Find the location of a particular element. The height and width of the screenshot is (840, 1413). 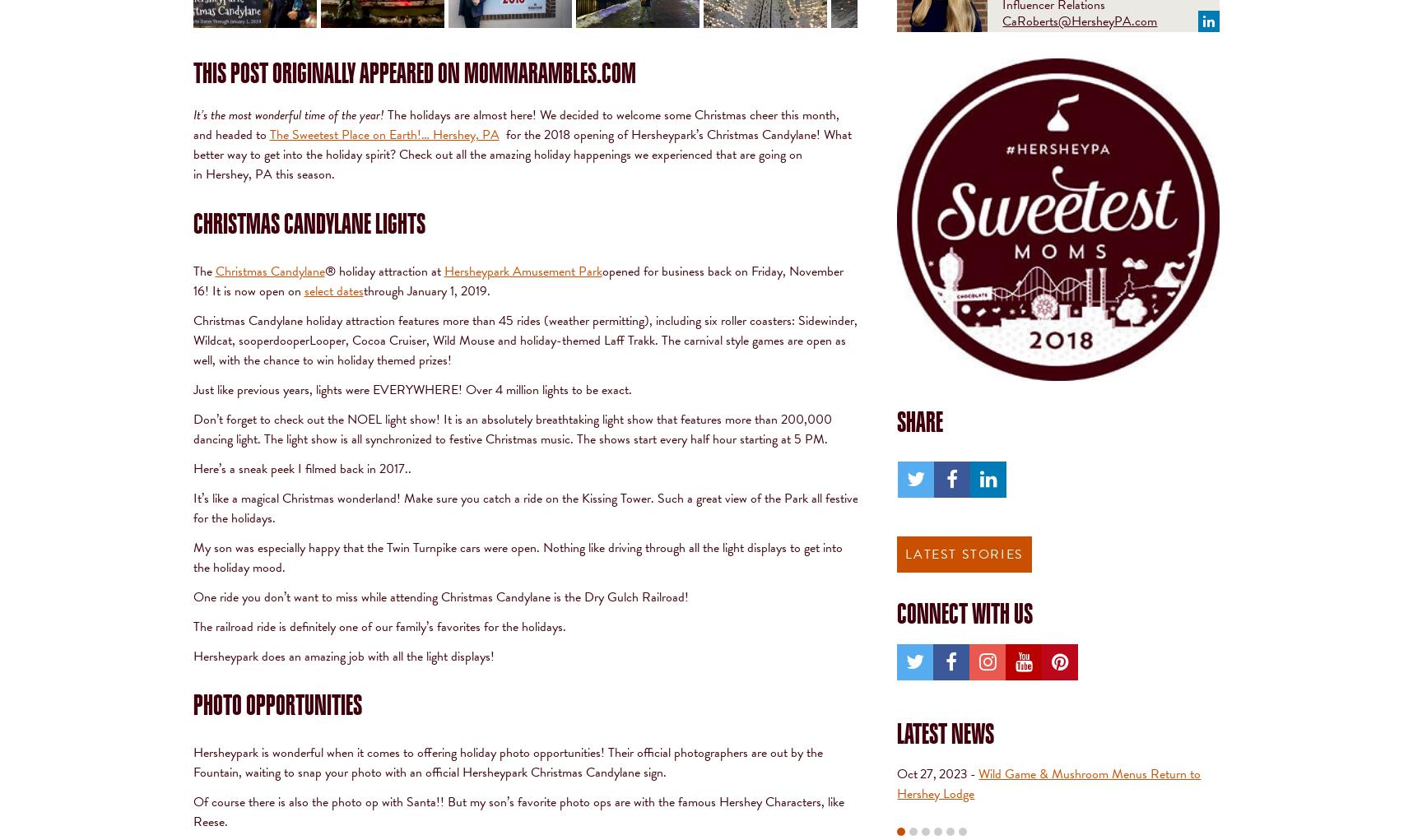

'Twin Turnpike' is located at coordinates (421, 545).